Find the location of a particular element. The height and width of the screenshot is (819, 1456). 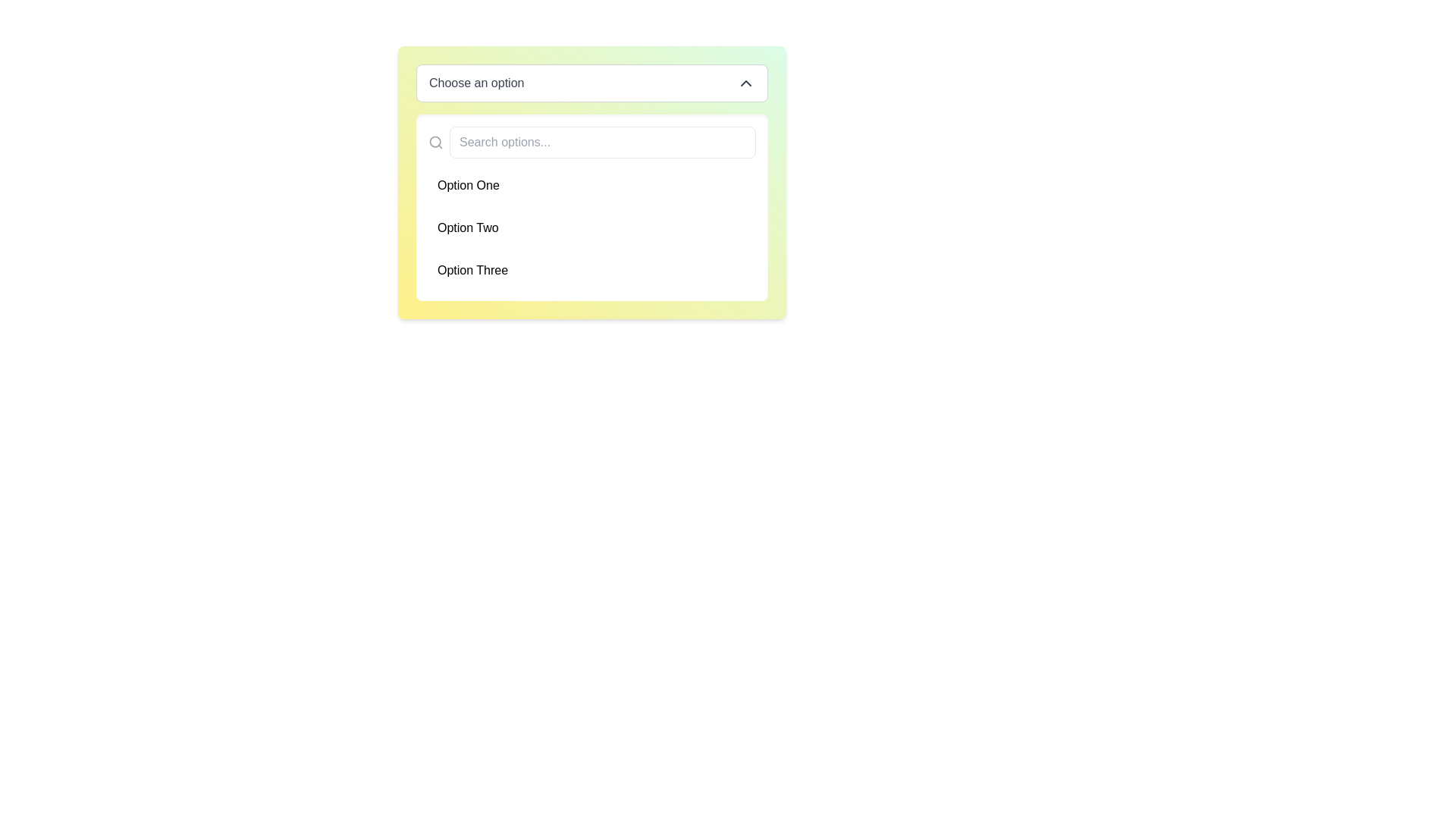

the 'Option Two' choice in the dropdown list is located at coordinates (467, 227).